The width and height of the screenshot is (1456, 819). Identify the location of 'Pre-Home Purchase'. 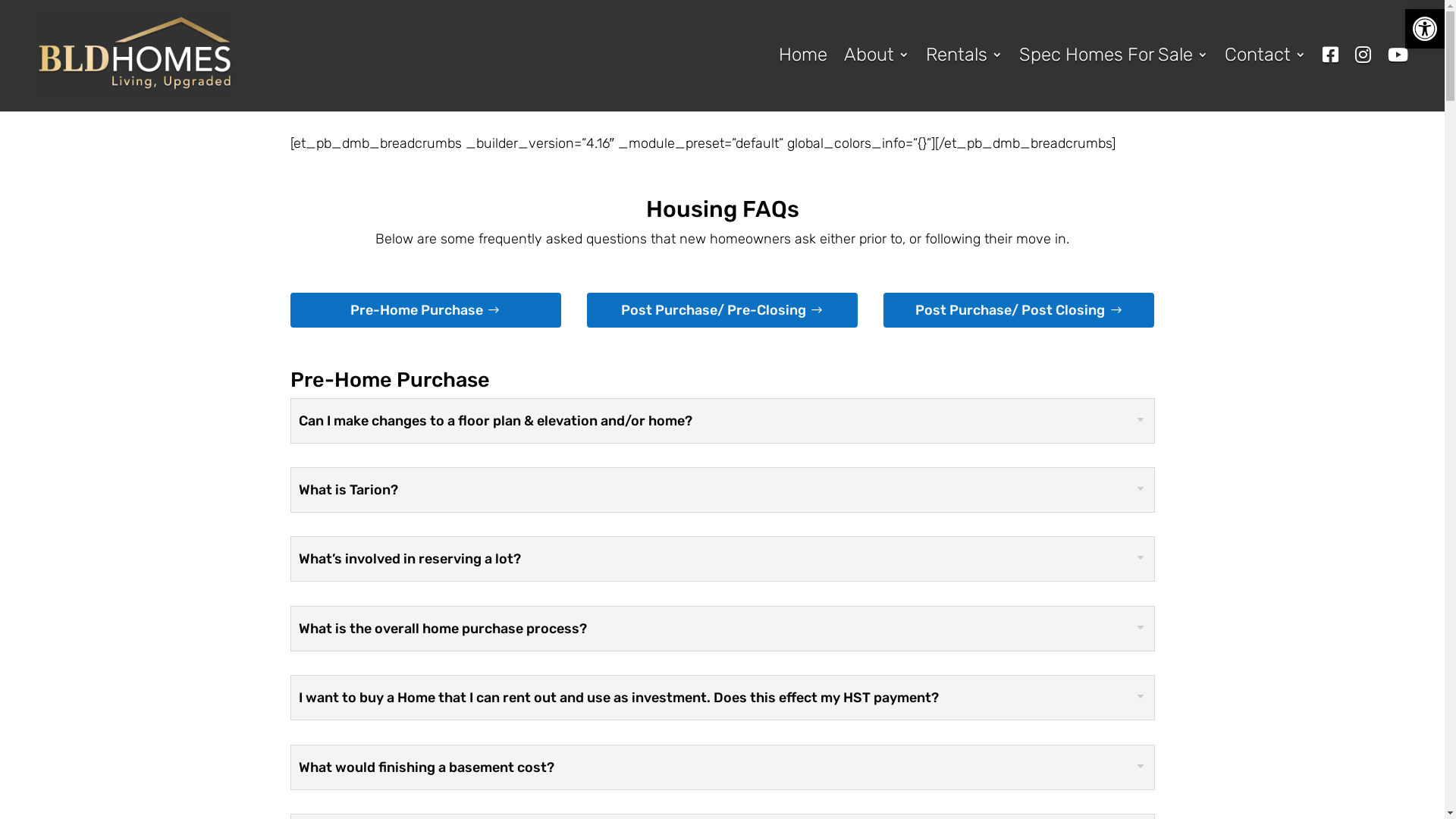
(425, 309).